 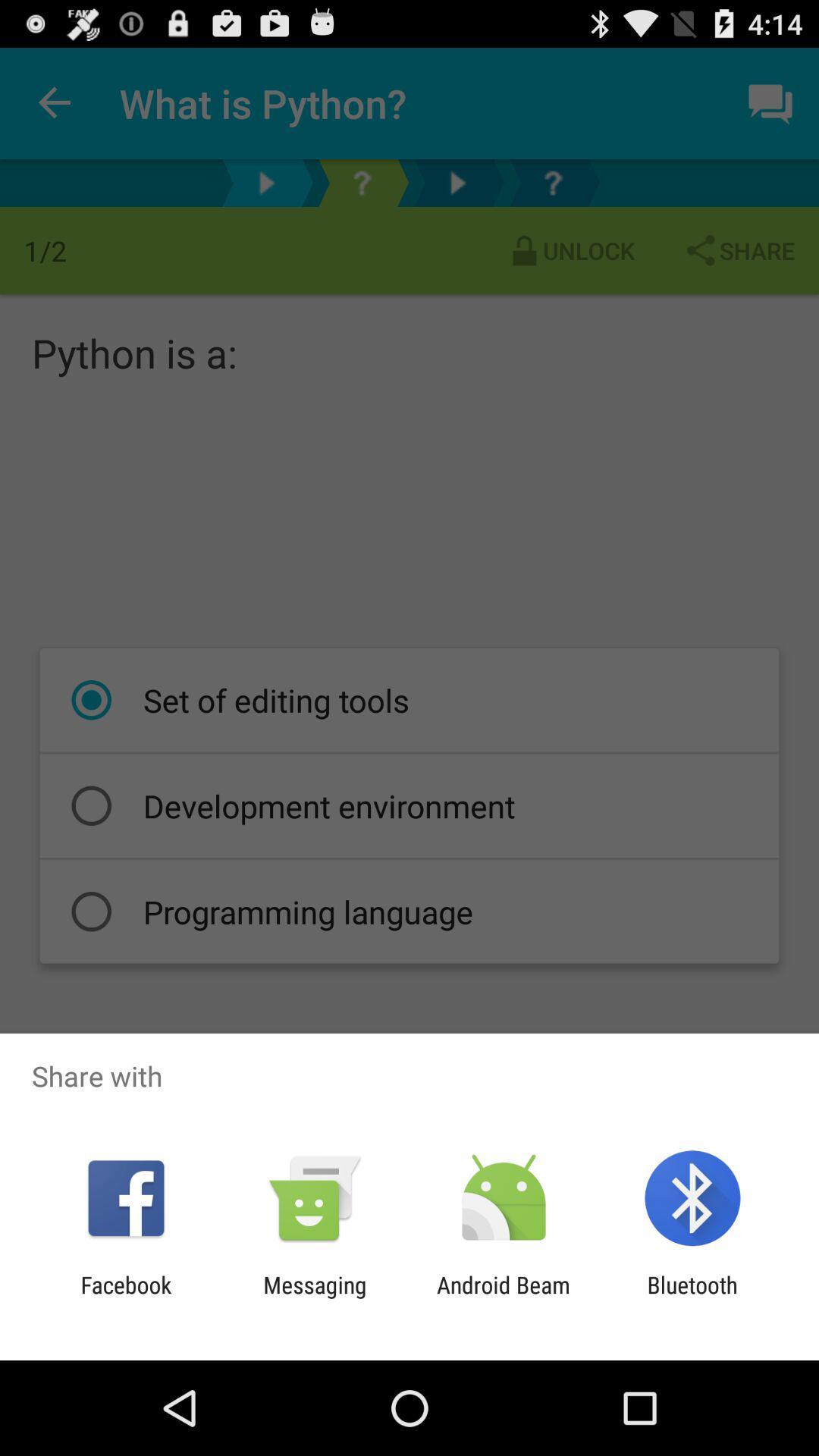 What do you see at coordinates (314, 1298) in the screenshot?
I see `app to the right of the facebook app` at bounding box center [314, 1298].